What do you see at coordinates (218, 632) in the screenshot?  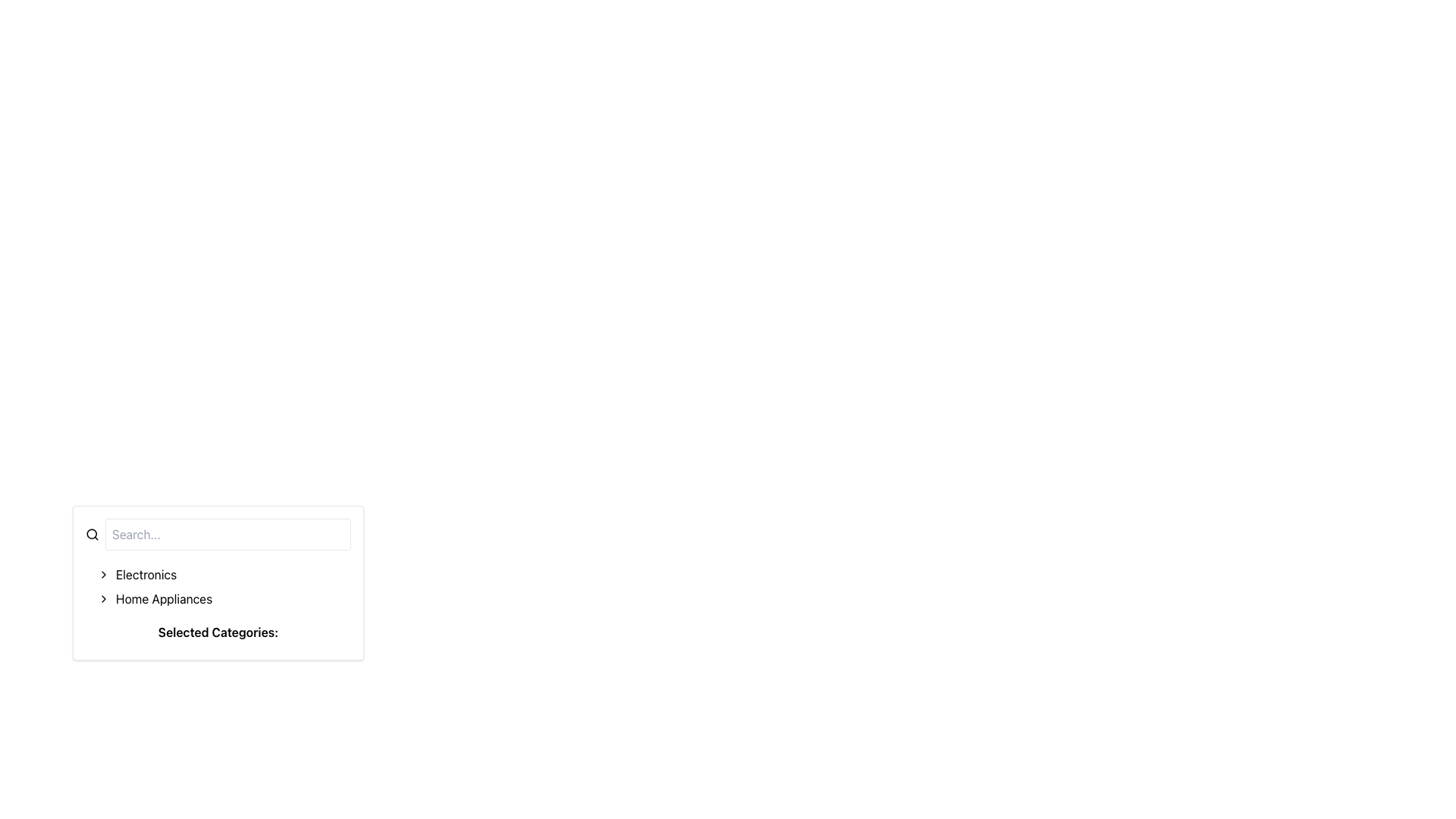 I see `the text label that indicates the section corresponding to selected categories, positioned below the category list in the white box` at bounding box center [218, 632].